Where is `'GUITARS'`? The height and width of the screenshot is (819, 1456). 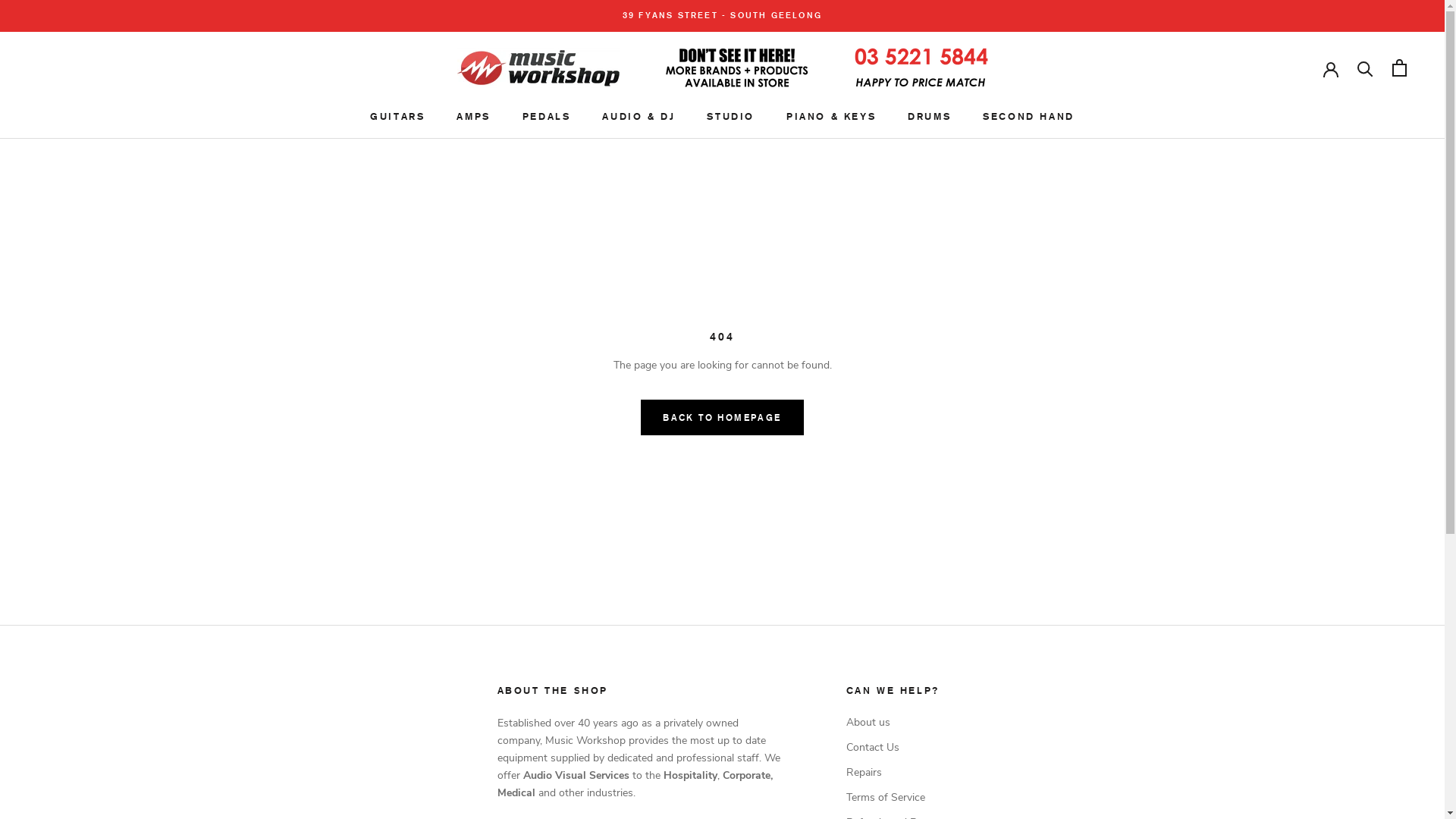
'GUITARS' is located at coordinates (370, 115).